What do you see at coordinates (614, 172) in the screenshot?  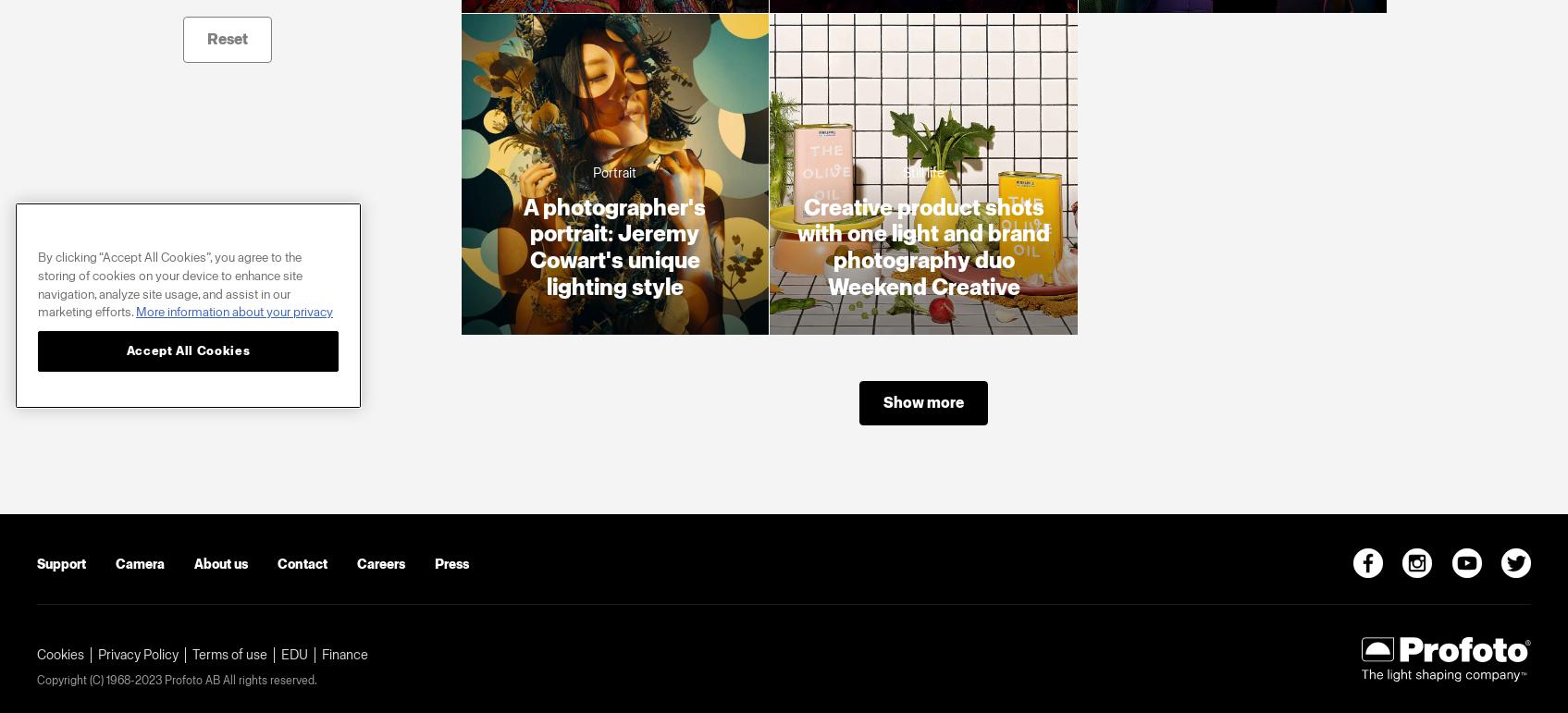 I see `'Portrait'` at bounding box center [614, 172].